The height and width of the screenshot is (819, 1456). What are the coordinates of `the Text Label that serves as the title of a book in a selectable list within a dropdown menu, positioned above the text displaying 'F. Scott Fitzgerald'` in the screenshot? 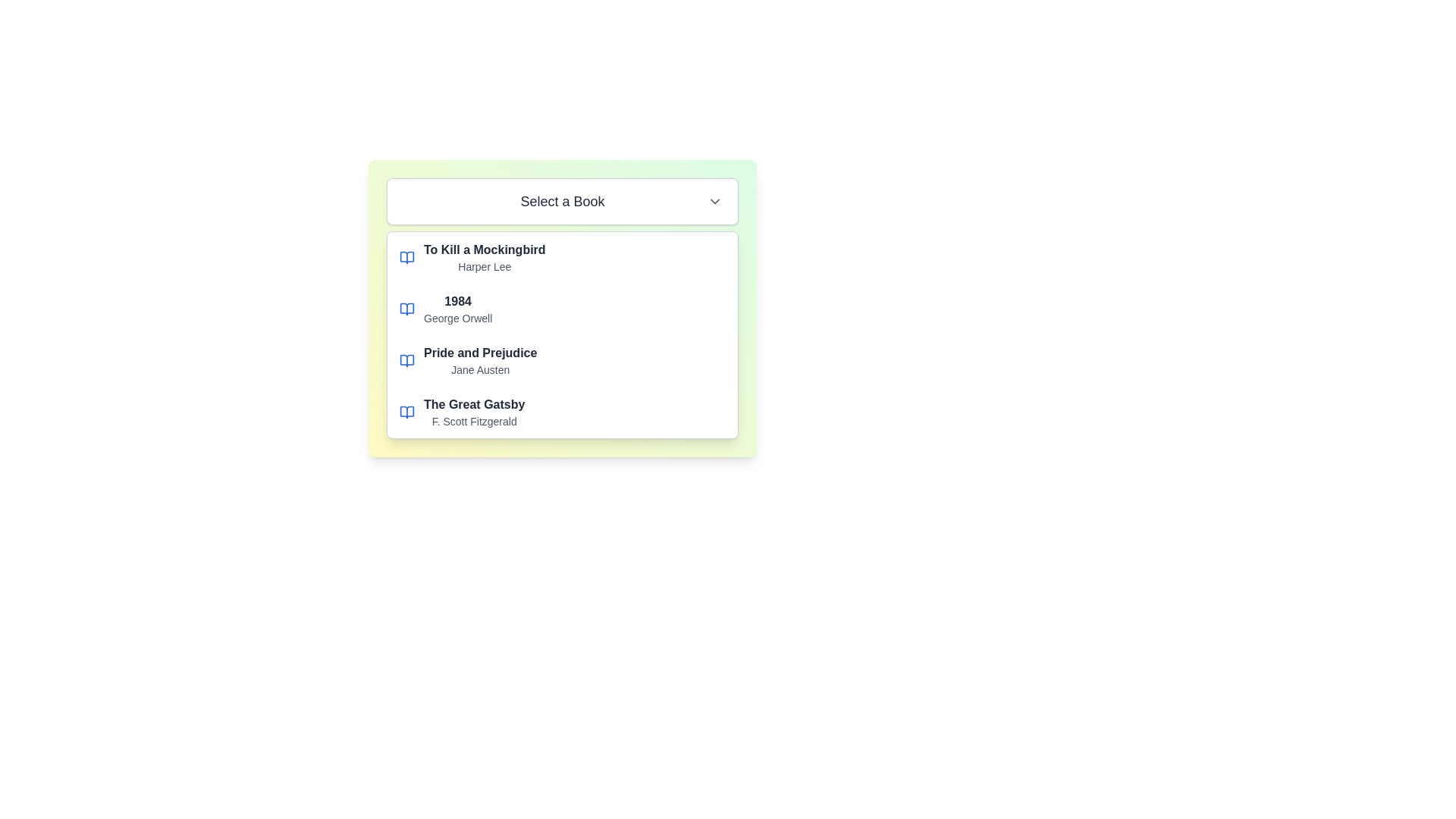 It's located at (473, 403).